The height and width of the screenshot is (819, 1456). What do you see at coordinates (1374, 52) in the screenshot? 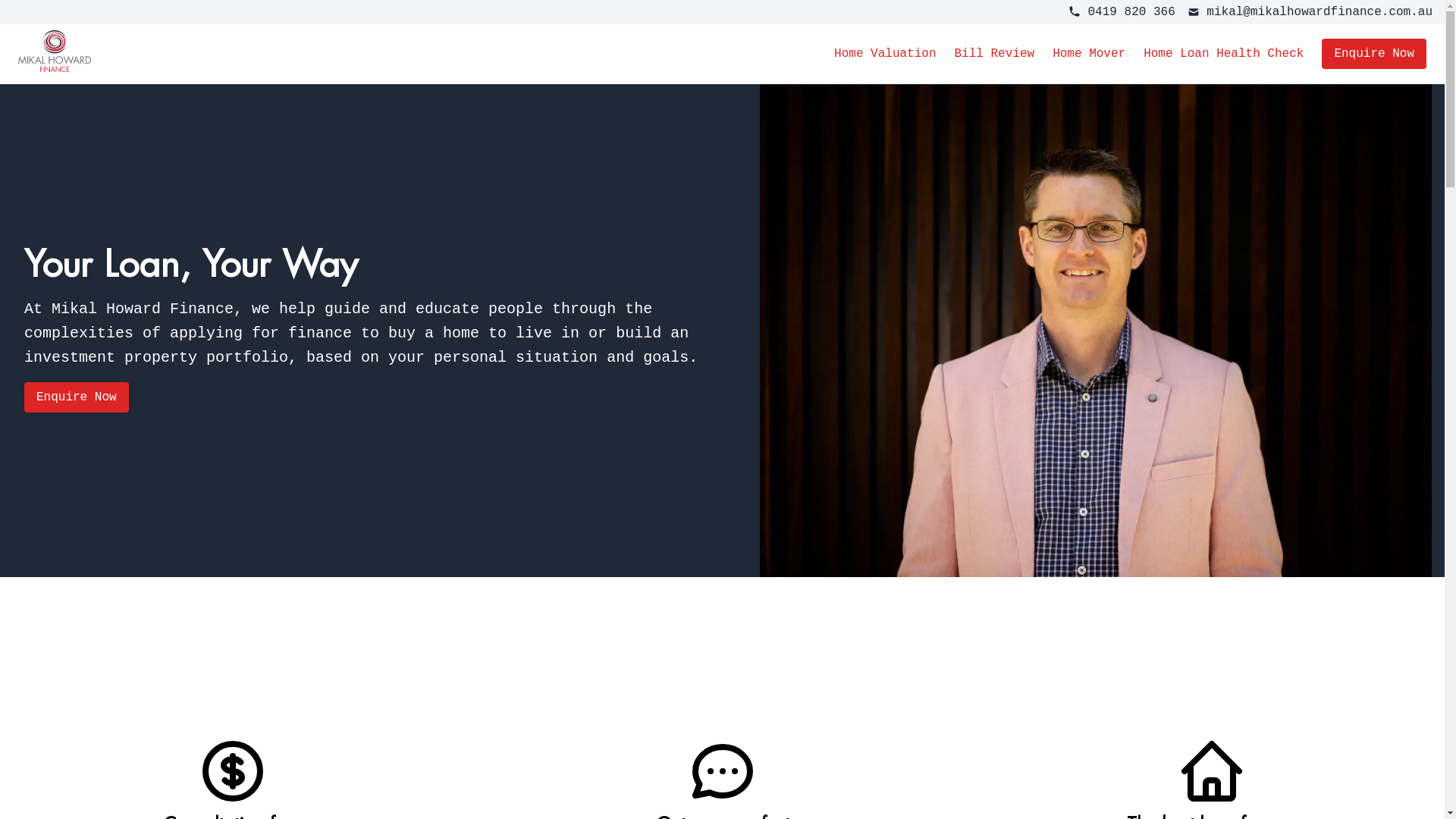
I see `'Enquire Now'` at bounding box center [1374, 52].